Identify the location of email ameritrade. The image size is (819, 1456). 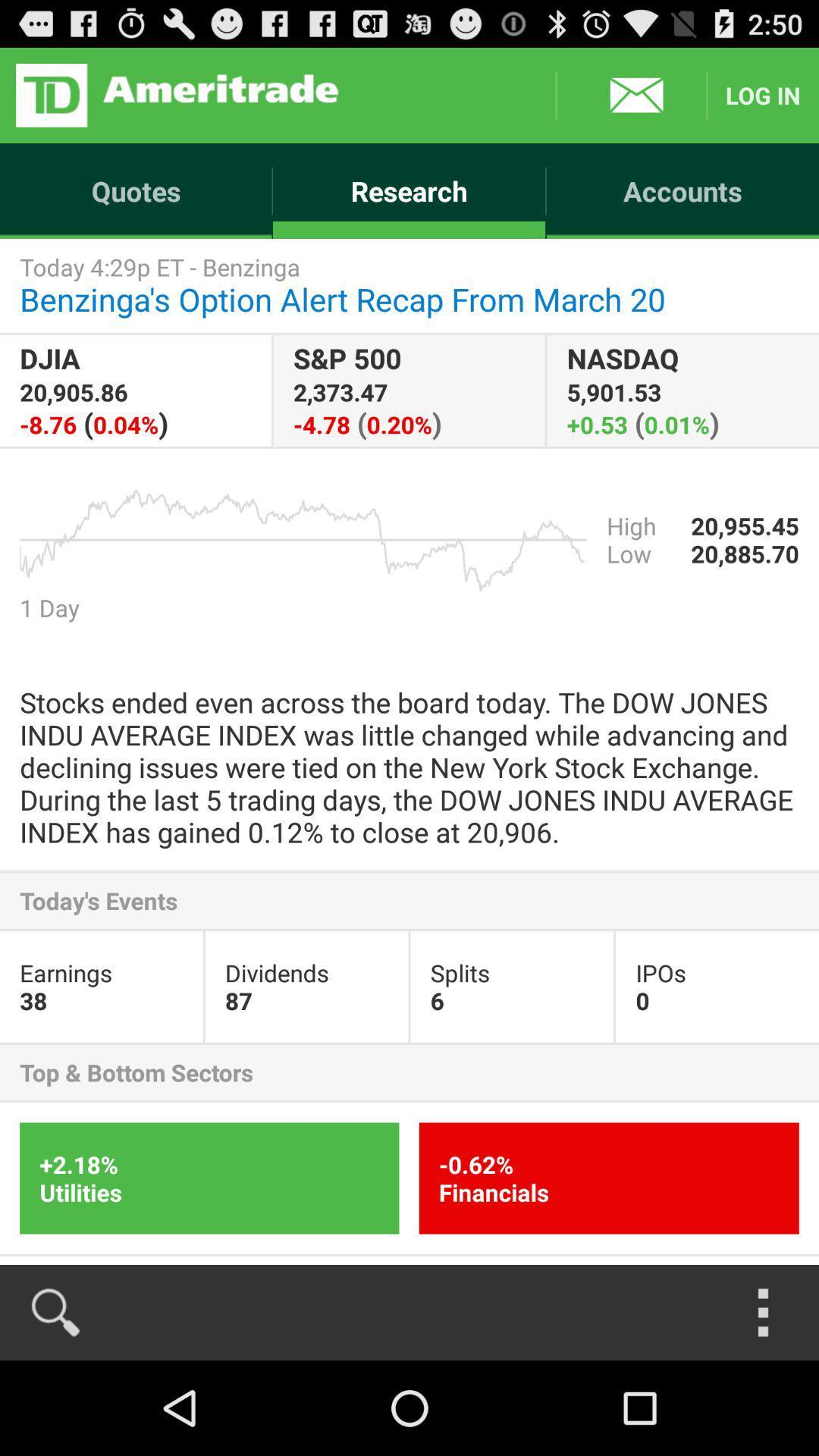
(631, 94).